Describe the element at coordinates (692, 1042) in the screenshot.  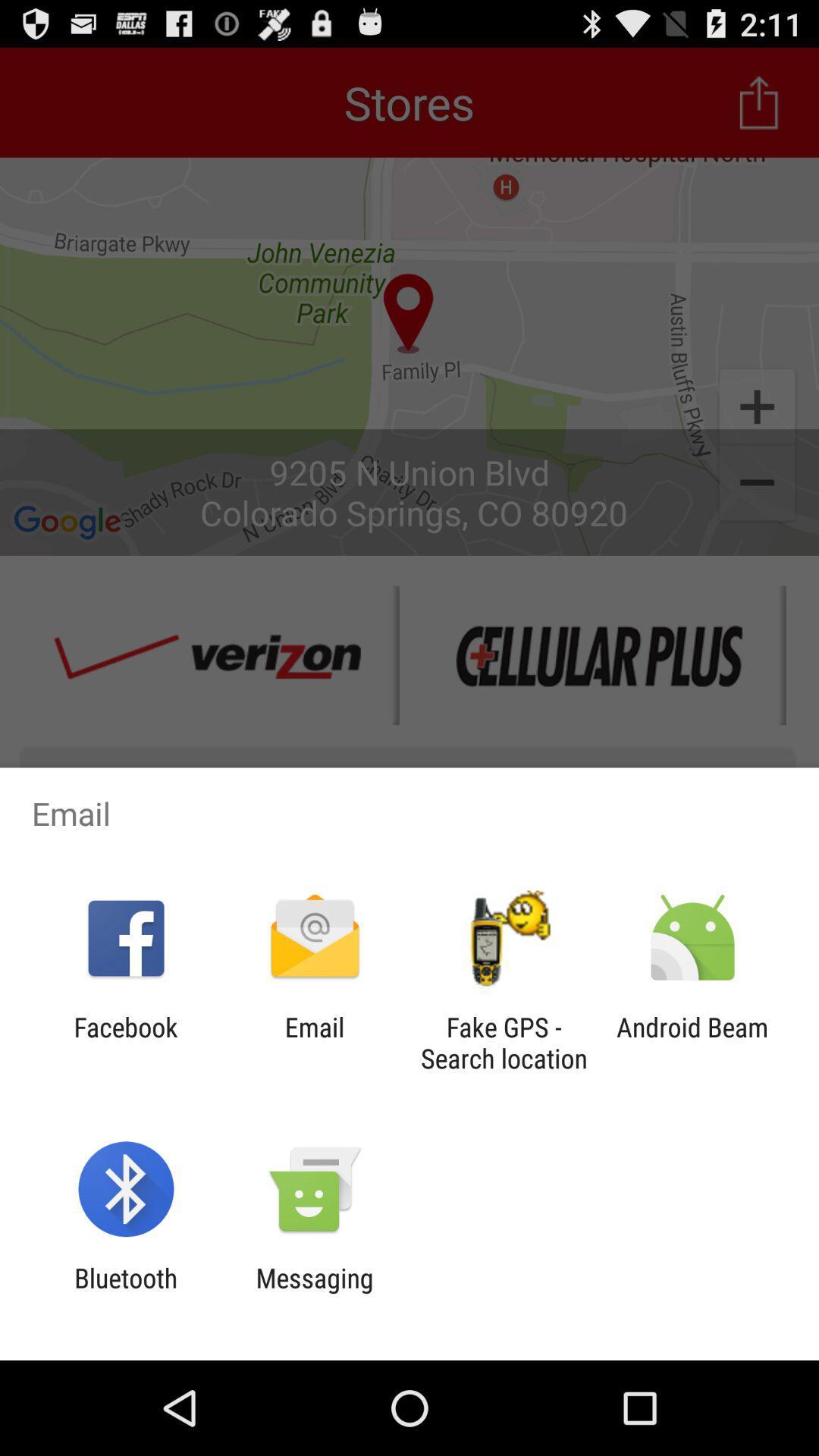
I see `icon at the bottom right corner` at that location.